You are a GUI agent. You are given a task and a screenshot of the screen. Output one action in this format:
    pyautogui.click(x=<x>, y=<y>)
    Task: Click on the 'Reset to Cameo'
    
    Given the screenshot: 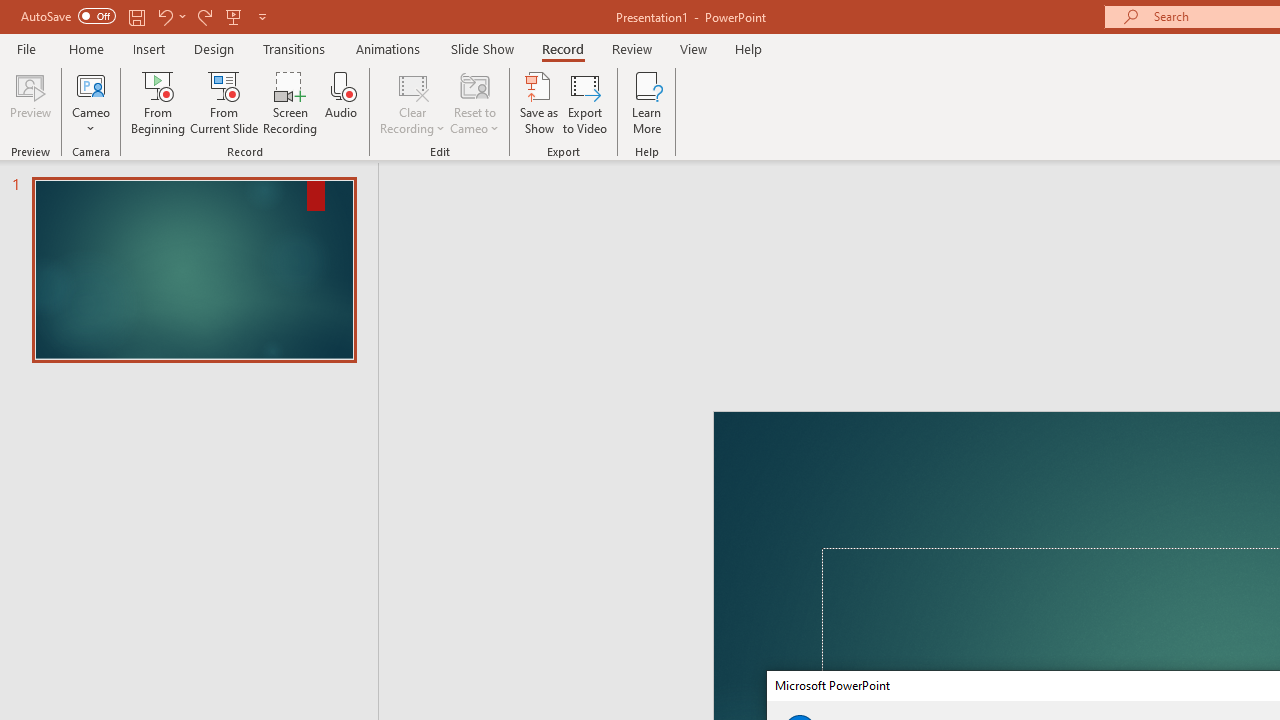 What is the action you would take?
    pyautogui.click(x=473, y=103)
    